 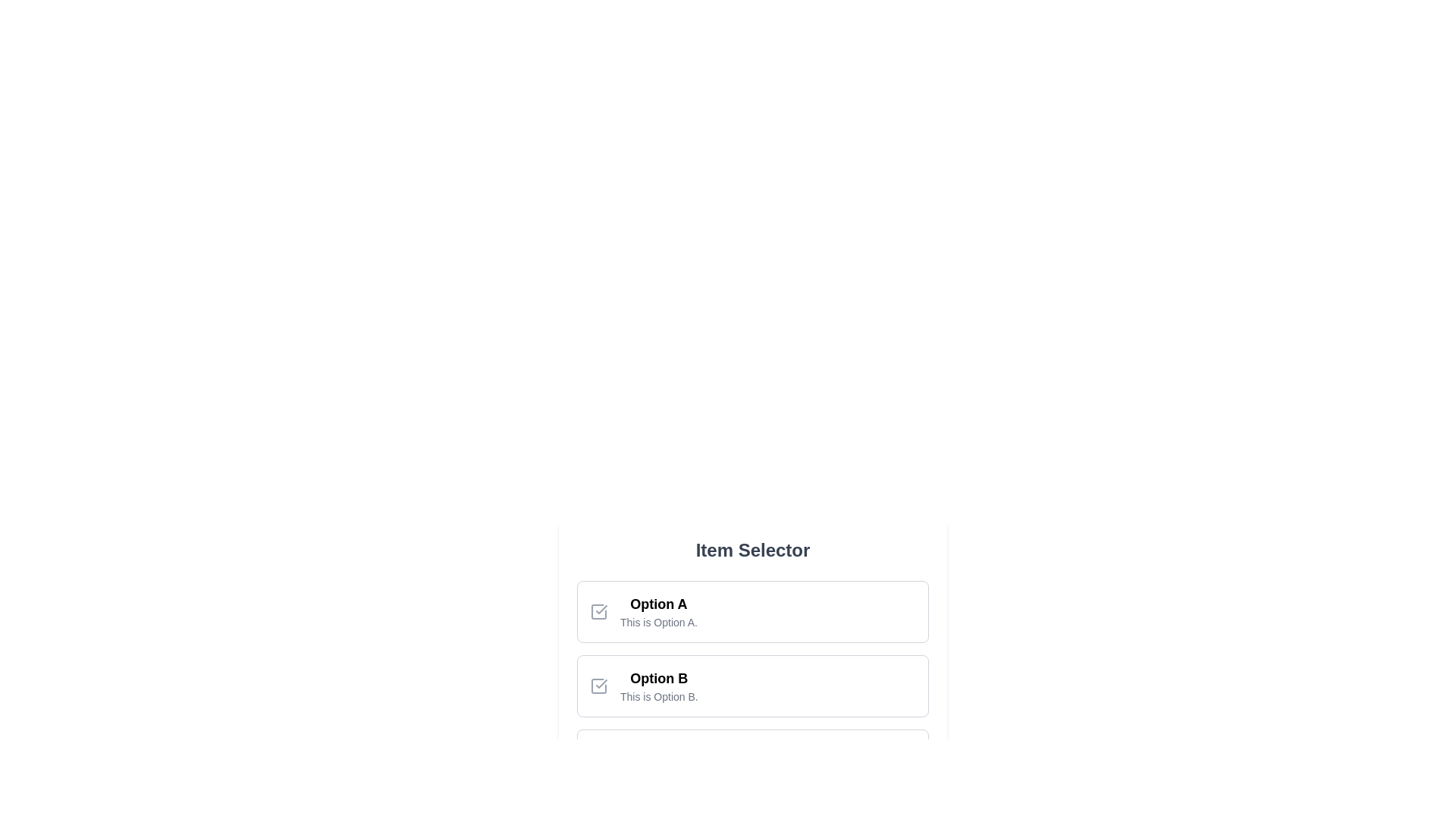 What do you see at coordinates (659, 696) in the screenshot?
I see `the text label displaying 'This is Option B.' styled in gray color, located beneath the header 'Option B'` at bounding box center [659, 696].